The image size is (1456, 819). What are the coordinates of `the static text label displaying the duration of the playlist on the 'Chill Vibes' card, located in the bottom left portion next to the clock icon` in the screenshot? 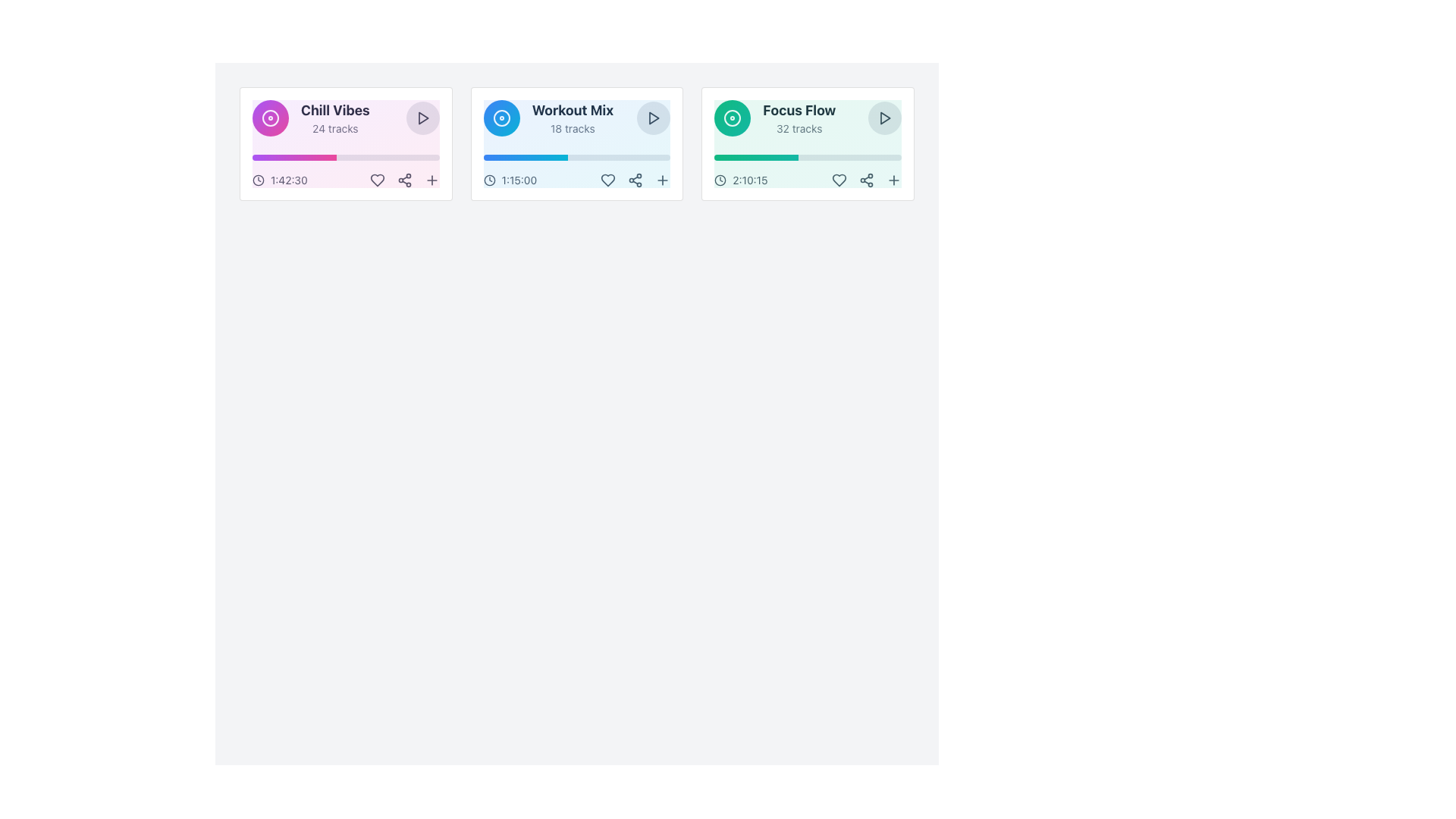 It's located at (289, 180).